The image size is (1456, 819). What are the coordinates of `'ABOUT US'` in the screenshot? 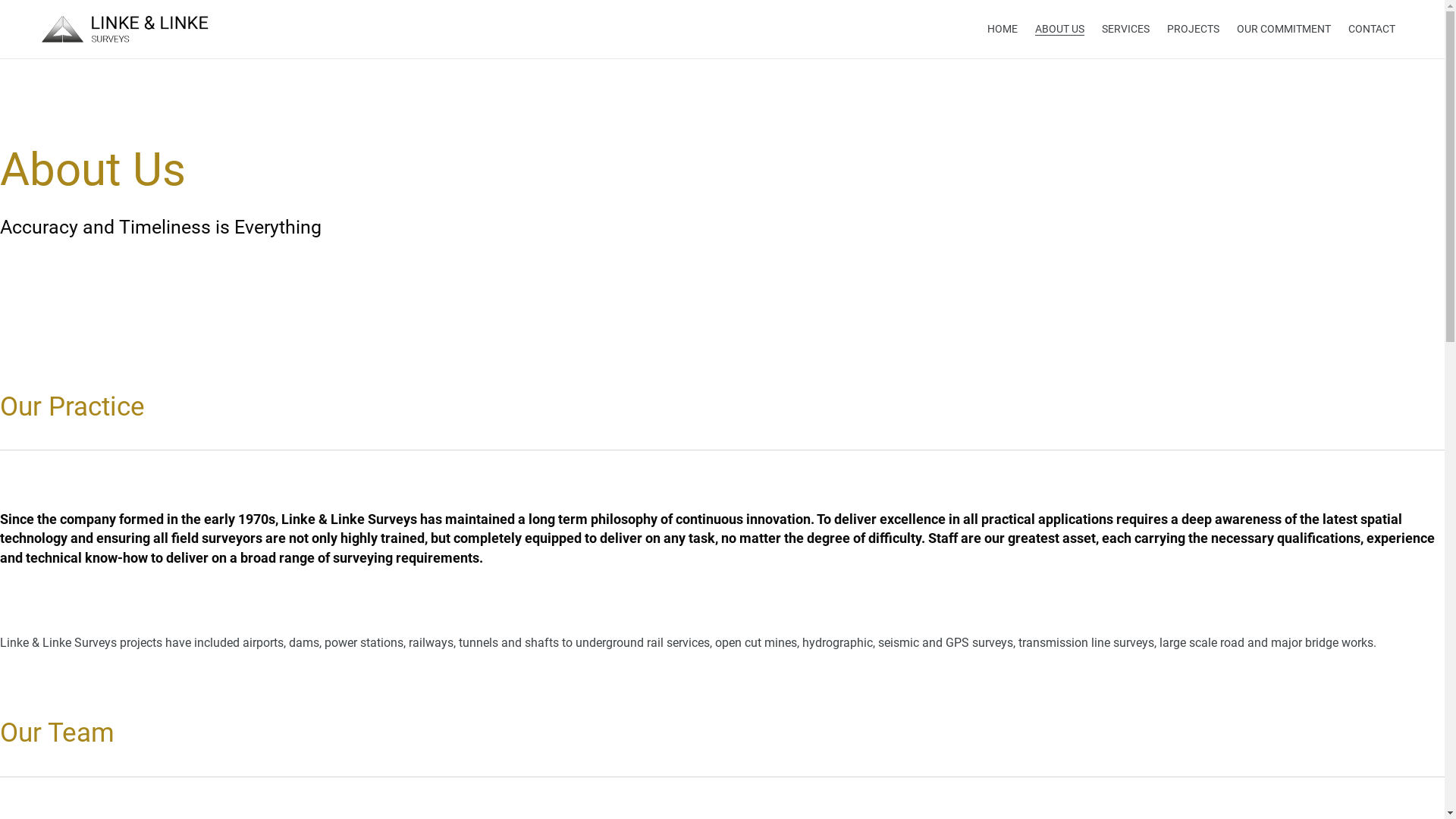 It's located at (1059, 29).